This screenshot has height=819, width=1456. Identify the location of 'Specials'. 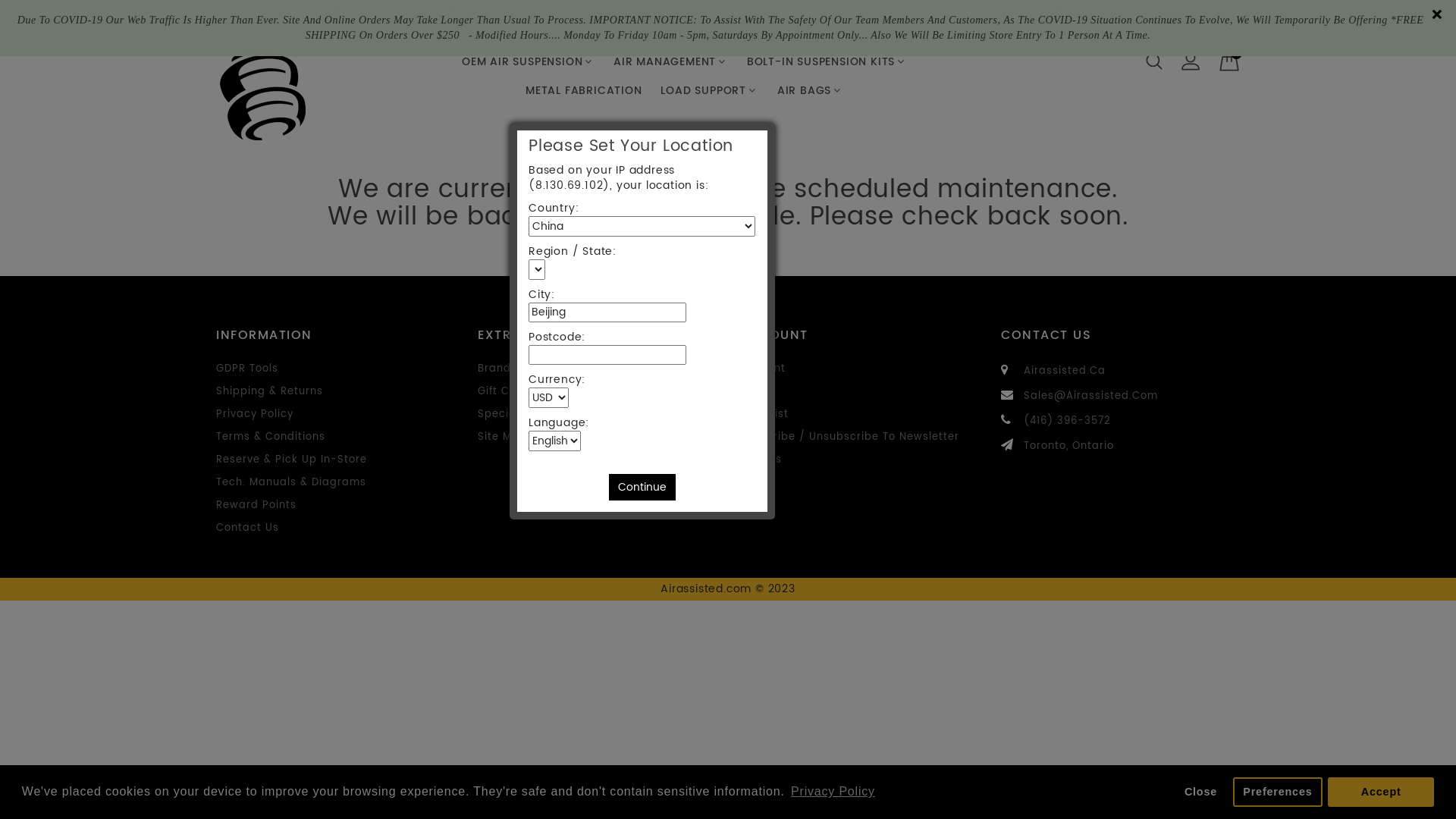
(501, 414).